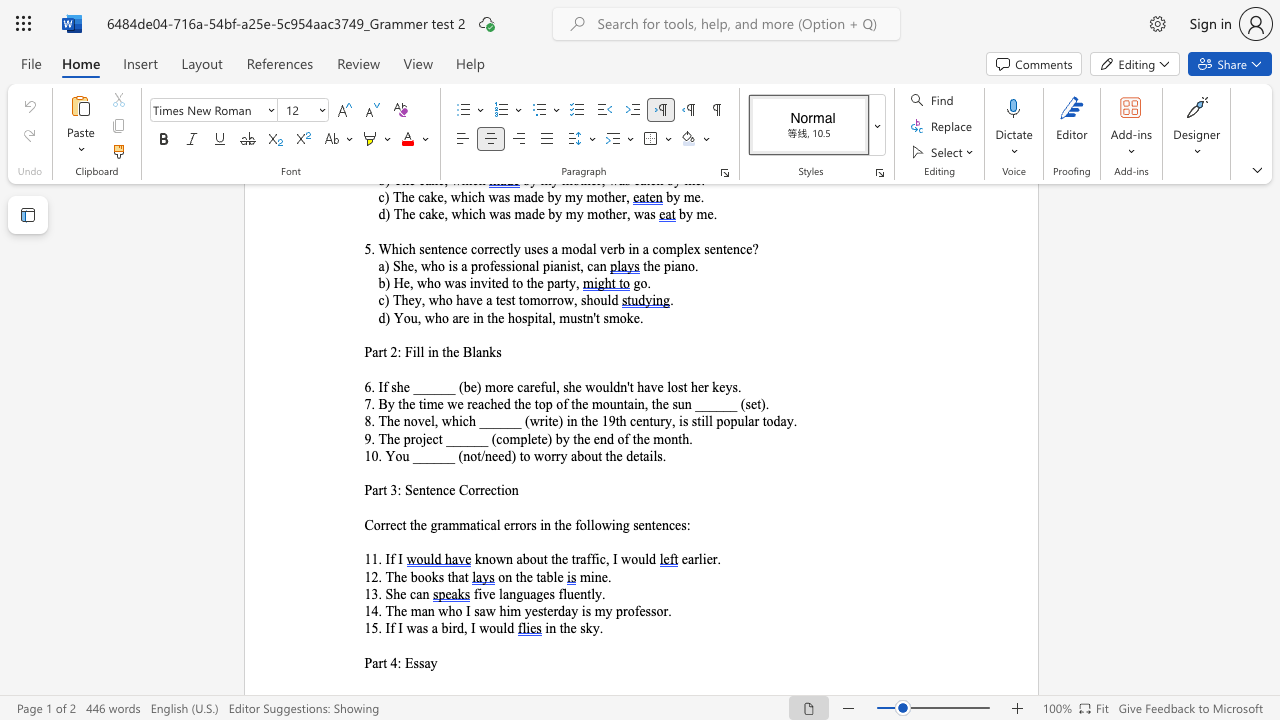 This screenshot has width=1280, height=720. Describe the element at coordinates (393, 593) in the screenshot. I see `the subset text "he ca" within the text "13. She can"` at that location.